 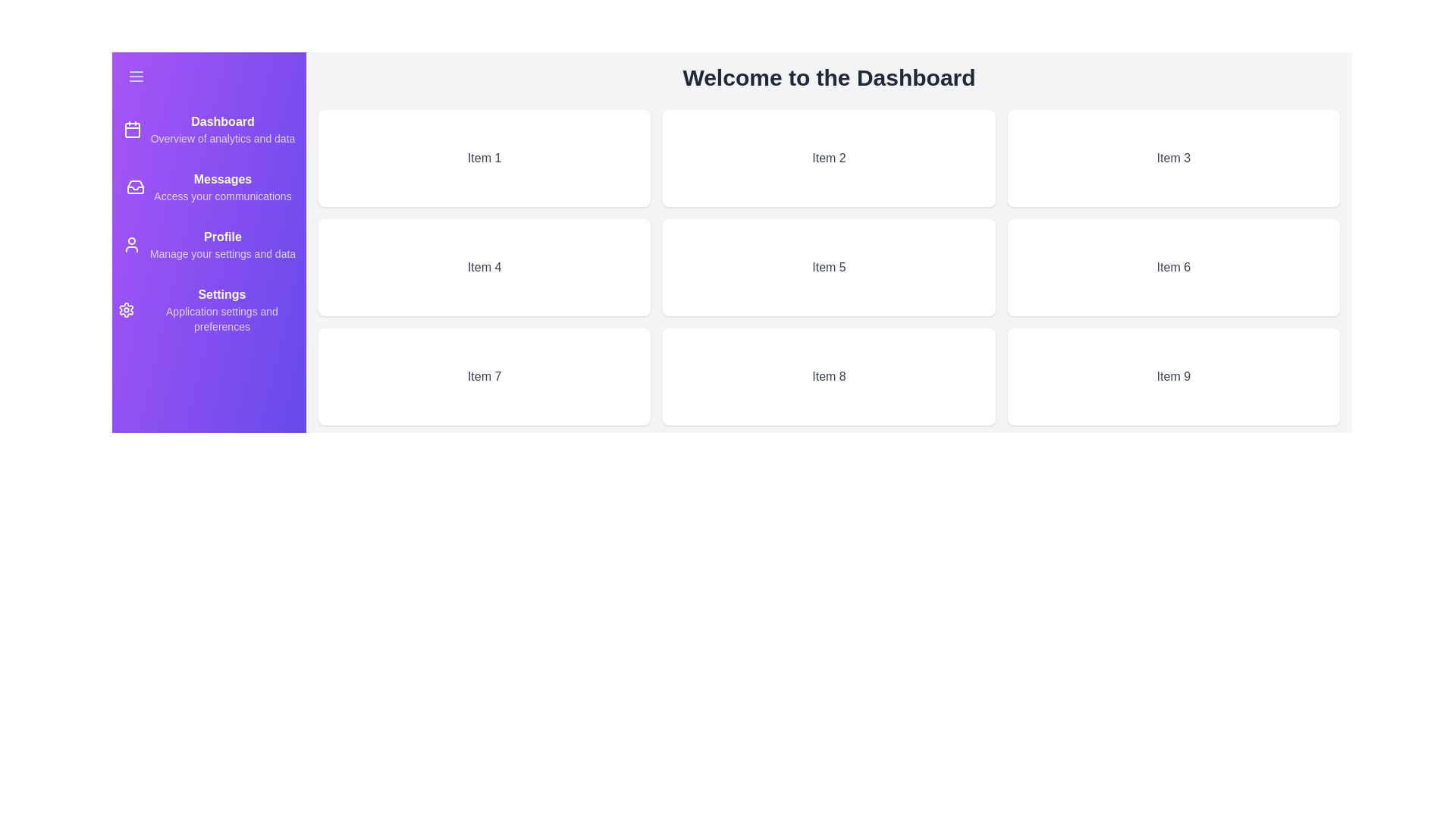 What do you see at coordinates (208, 244) in the screenshot?
I see `the navigation item corresponding to Profile` at bounding box center [208, 244].